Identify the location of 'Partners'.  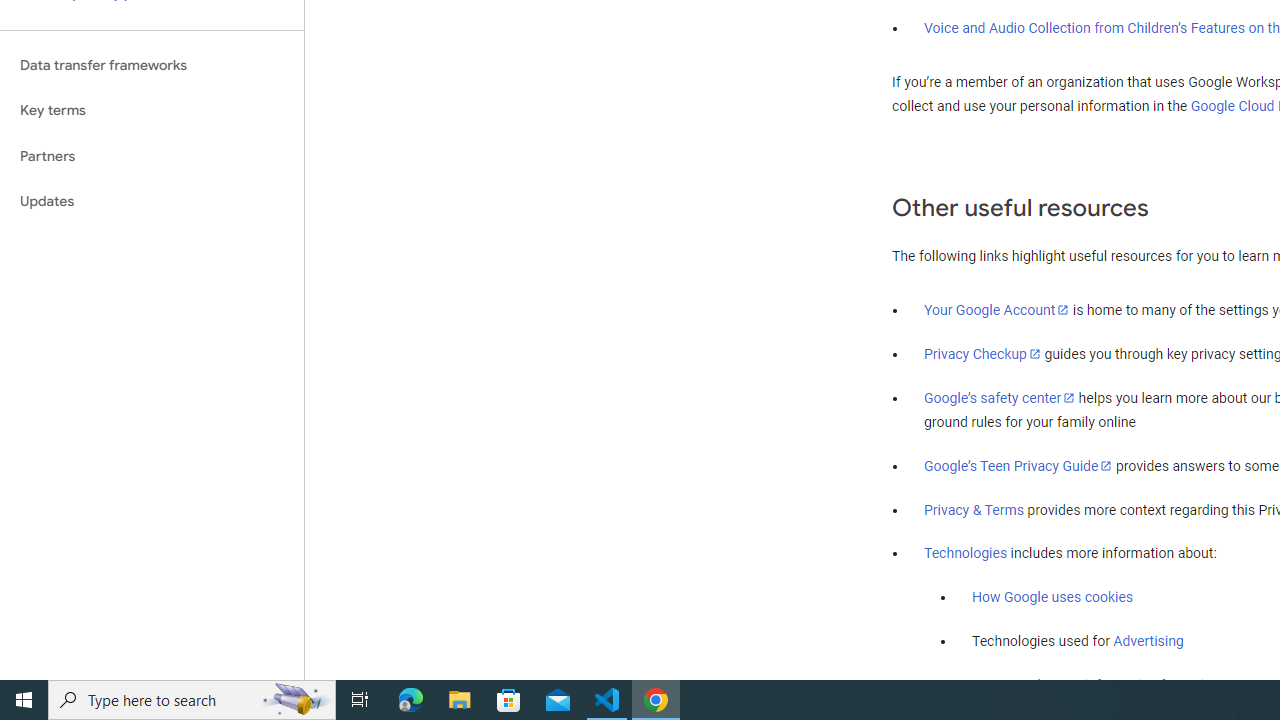
(151, 155).